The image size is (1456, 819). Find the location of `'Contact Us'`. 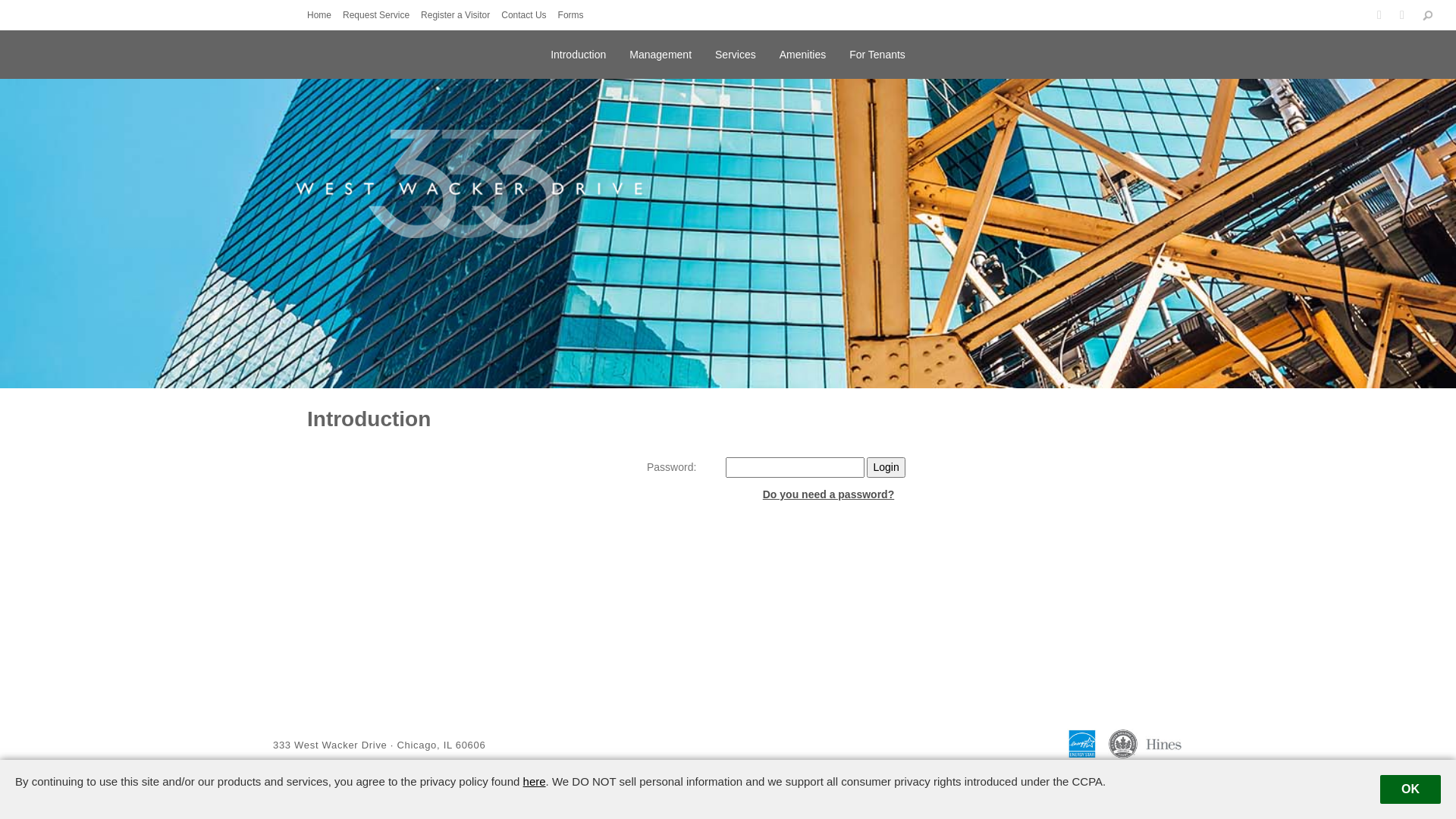

'Contact Us' is located at coordinates (527, 14).